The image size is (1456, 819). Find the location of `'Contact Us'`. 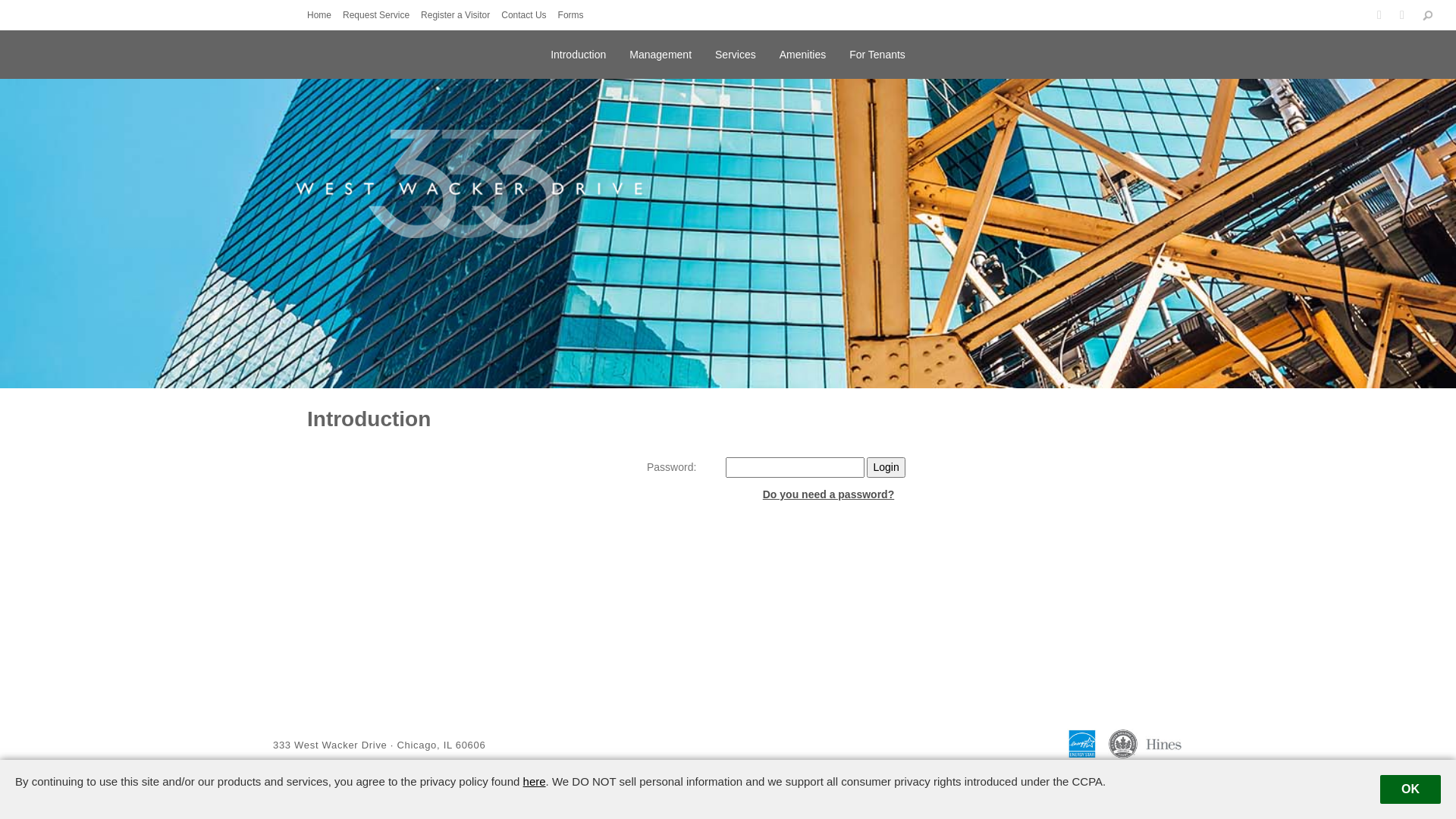

'Contact Us' is located at coordinates (527, 14).